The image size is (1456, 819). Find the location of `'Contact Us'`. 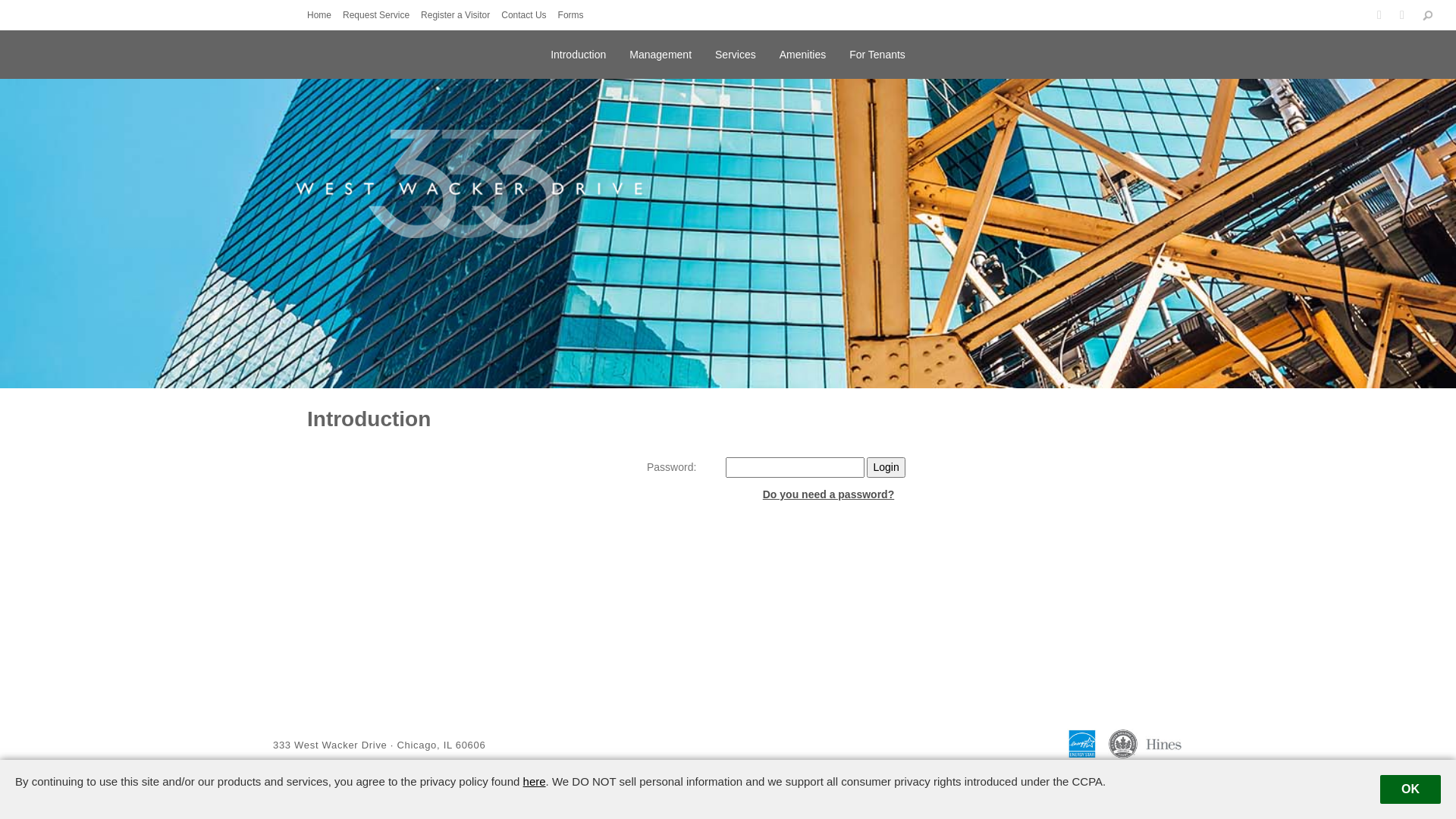

'Contact Us' is located at coordinates (527, 14).